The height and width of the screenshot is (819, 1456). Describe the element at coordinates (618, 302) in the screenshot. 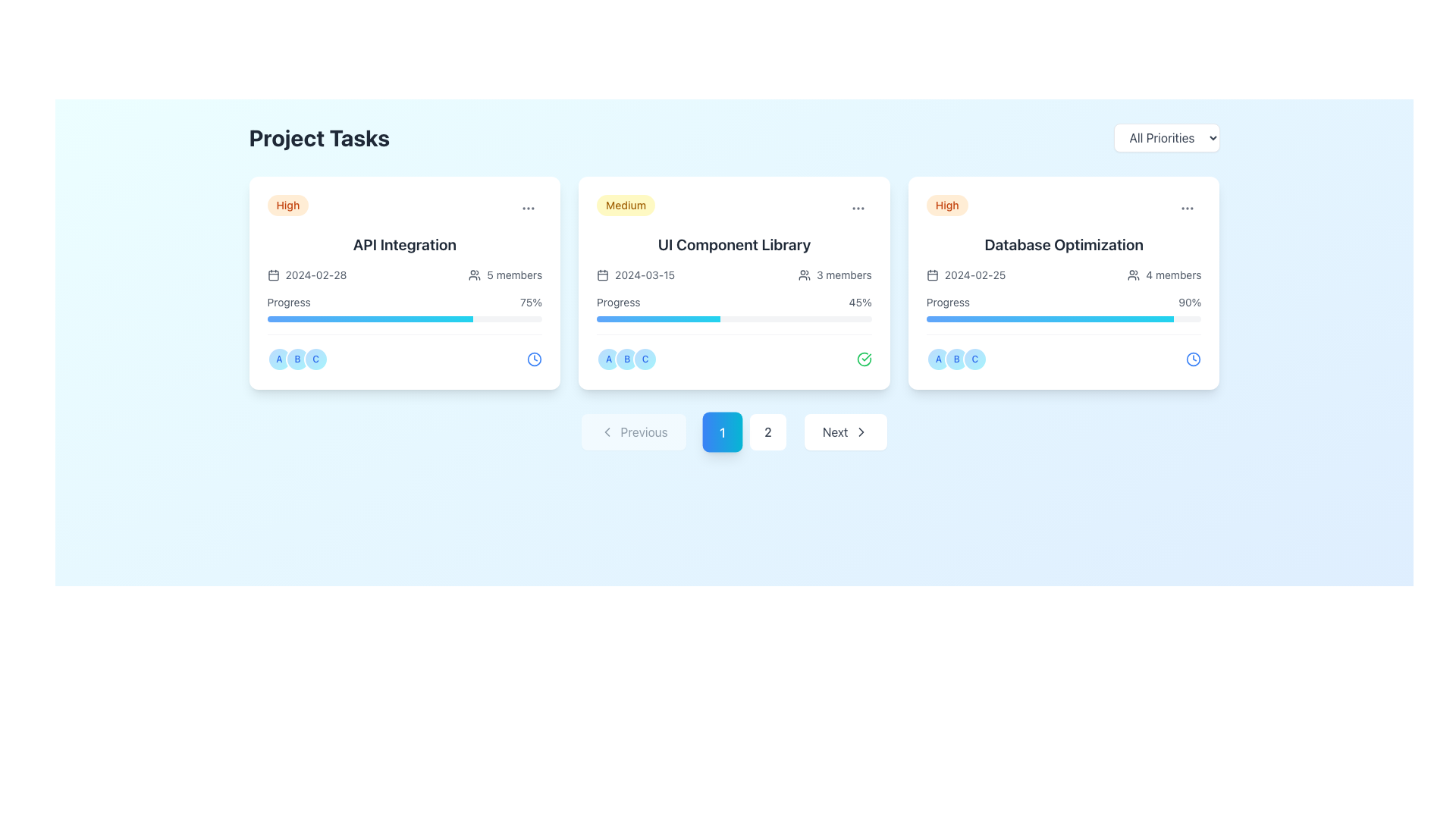

I see `the static text label displaying 'Progress' located above the progress bar in the UI Component Library card` at that location.